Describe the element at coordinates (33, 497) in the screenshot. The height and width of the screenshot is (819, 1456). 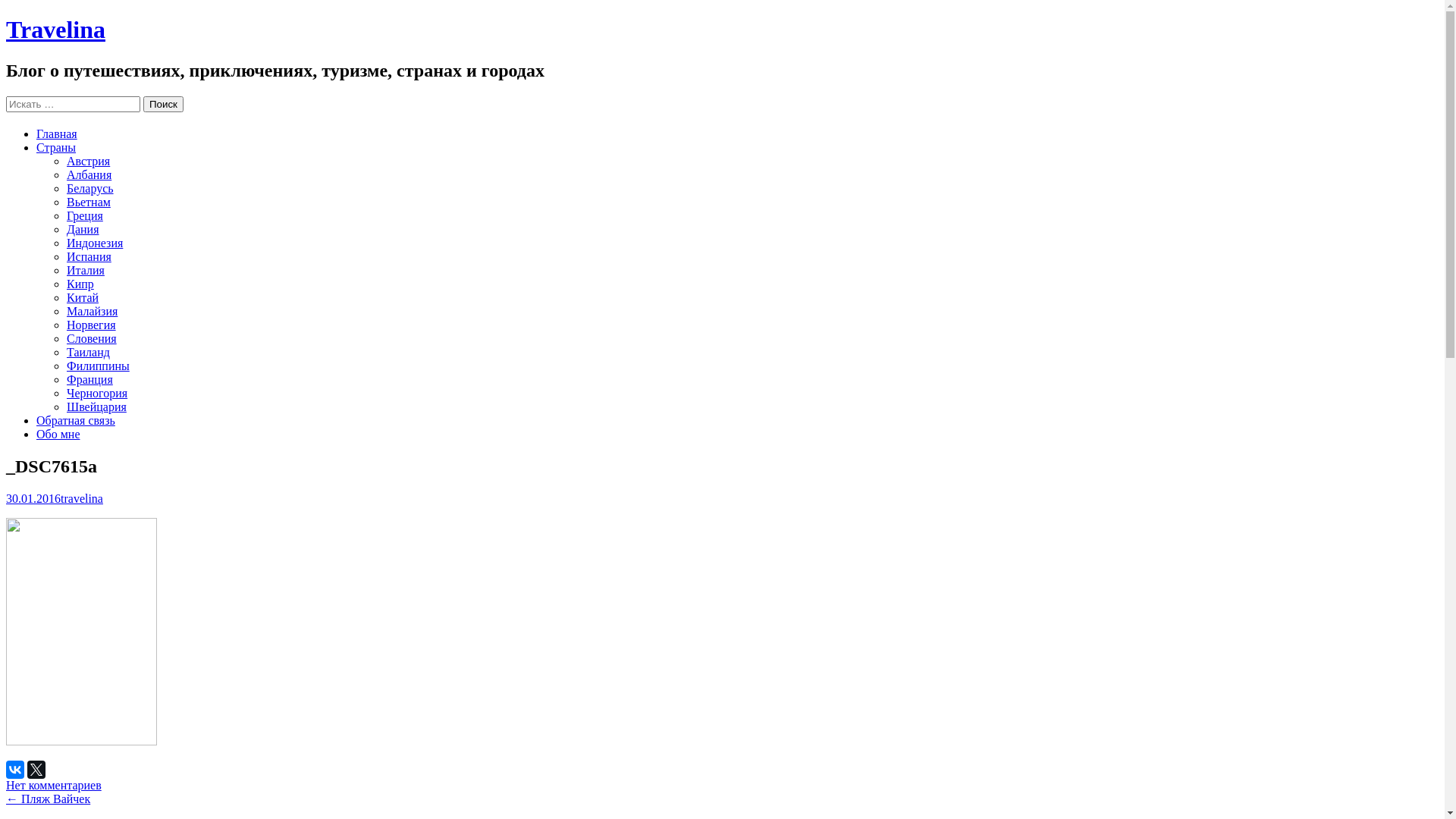
I see `'30.01.2016'` at that location.